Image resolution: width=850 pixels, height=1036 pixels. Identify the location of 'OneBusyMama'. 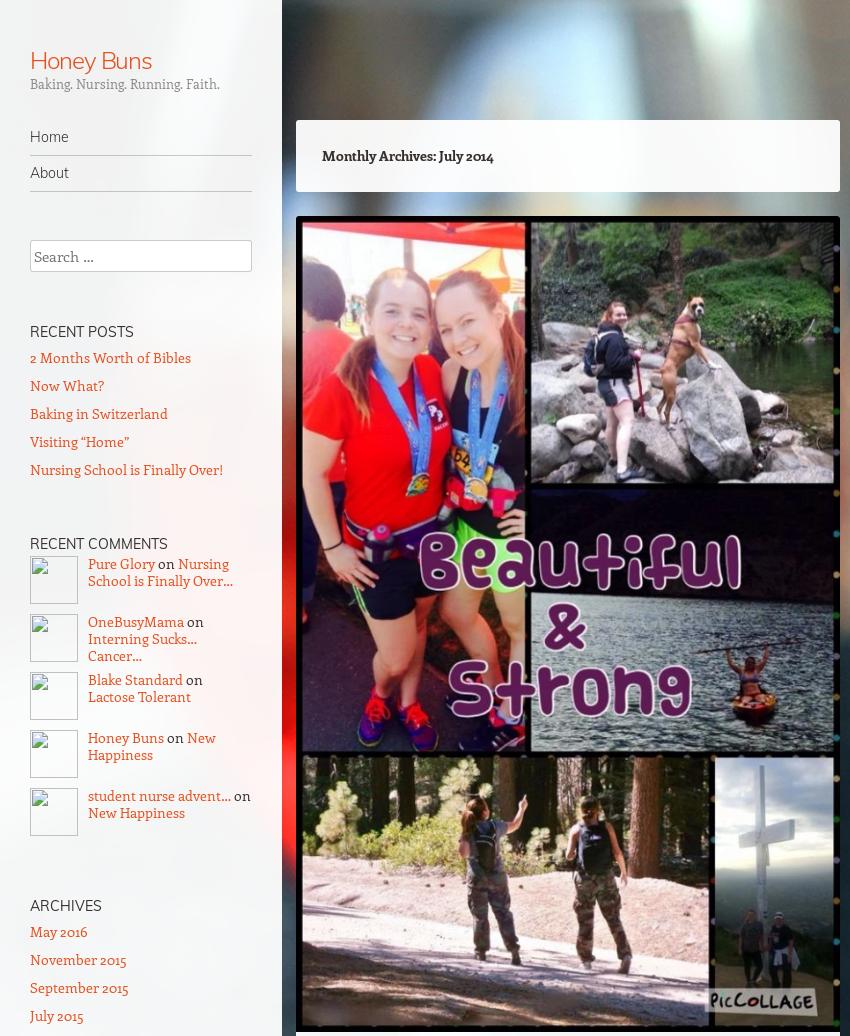
(136, 621).